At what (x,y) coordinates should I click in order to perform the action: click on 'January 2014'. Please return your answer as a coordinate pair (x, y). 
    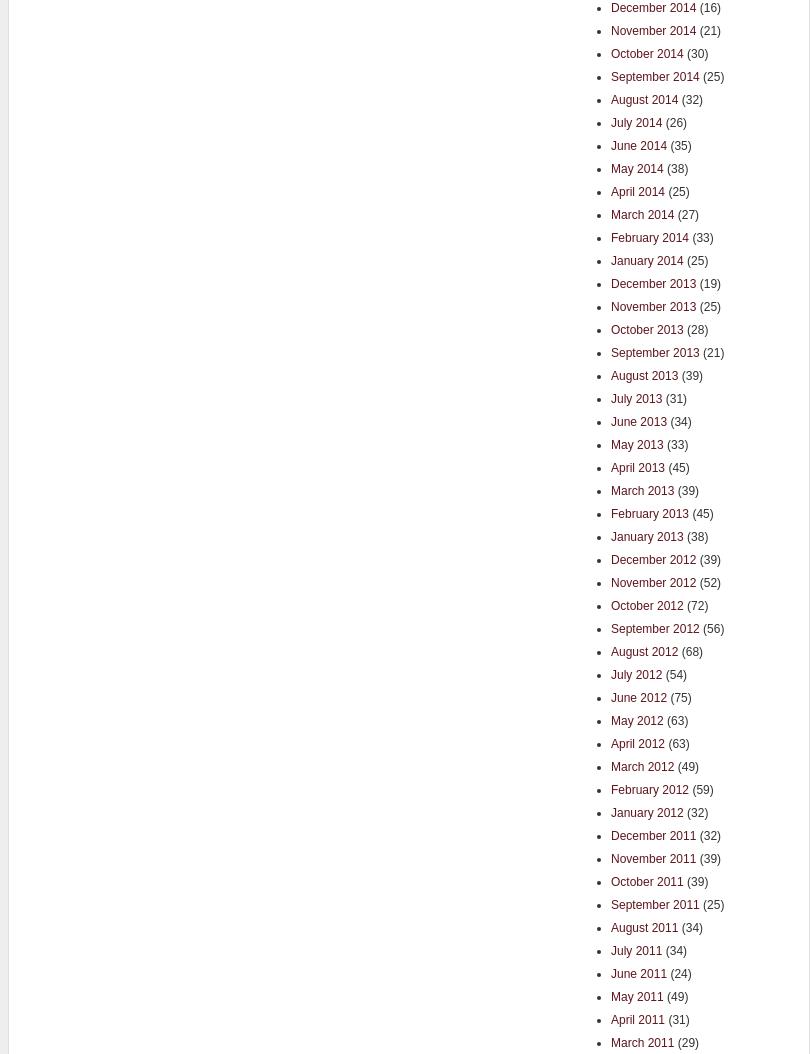
    Looking at the image, I should click on (646, 260).